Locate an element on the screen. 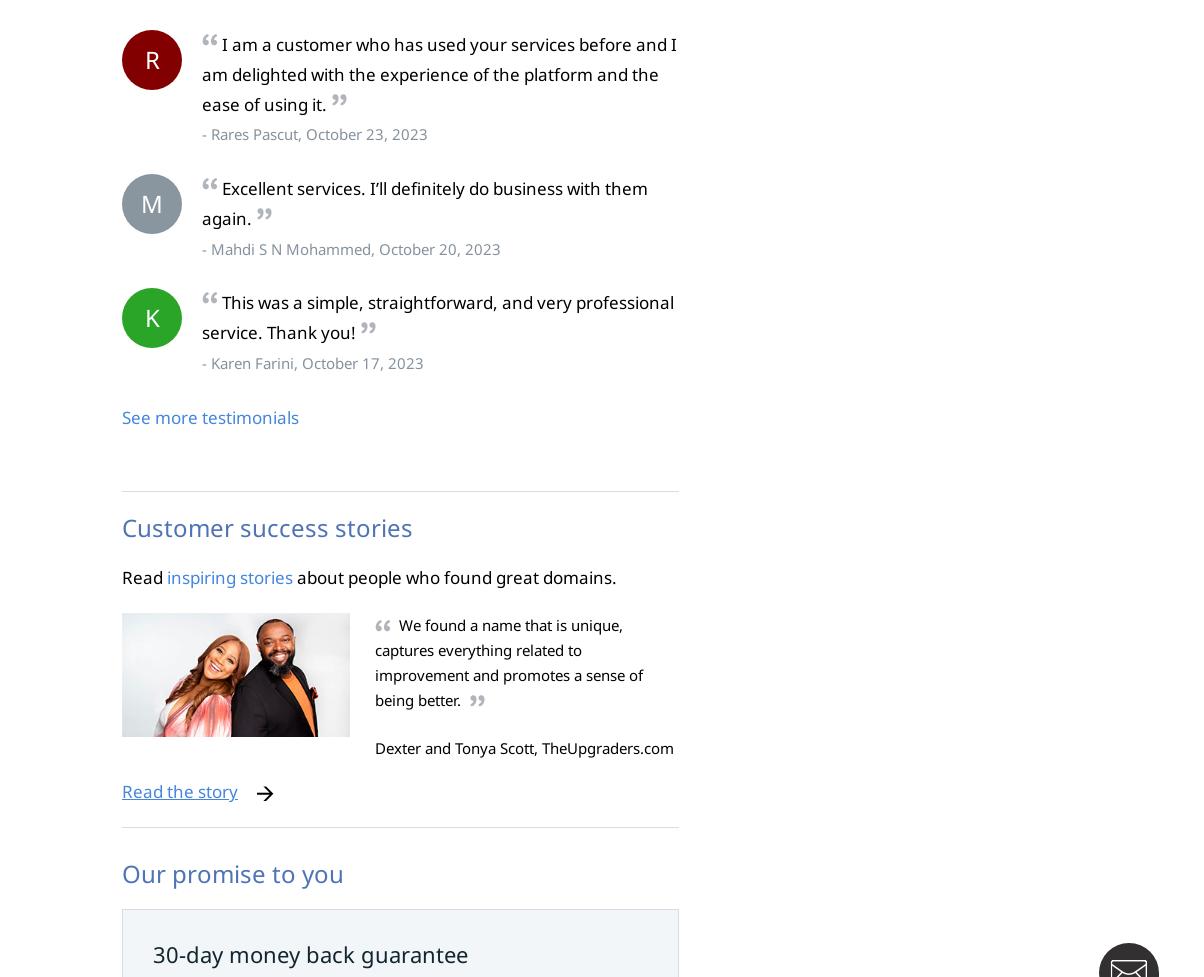 The image size is (1204, 977). '- Mahdi S N Mohammed, October 20, 2023' is located at coordinates (351, 246).